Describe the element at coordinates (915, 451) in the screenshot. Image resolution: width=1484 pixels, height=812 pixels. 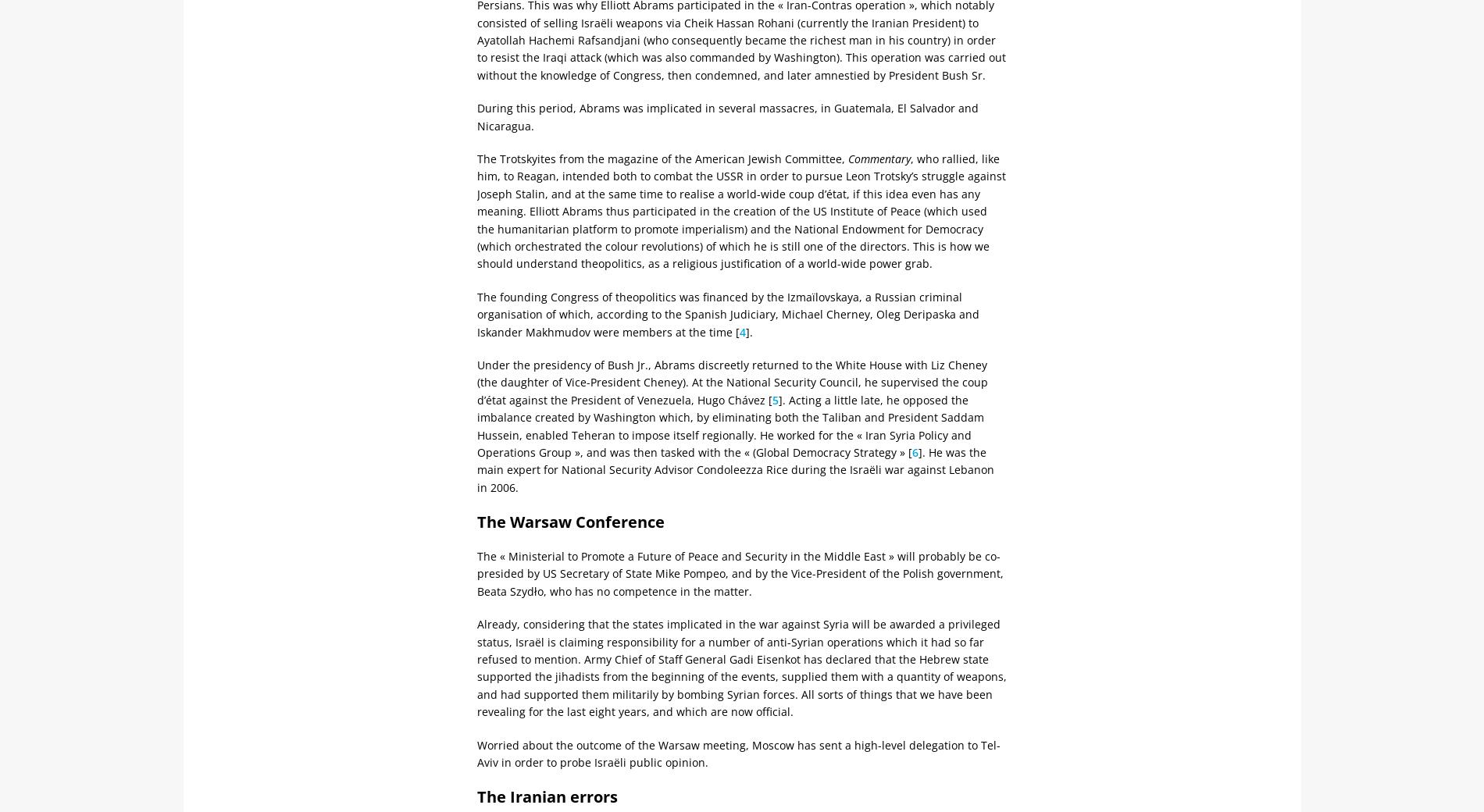
I see `'6'` at that location.